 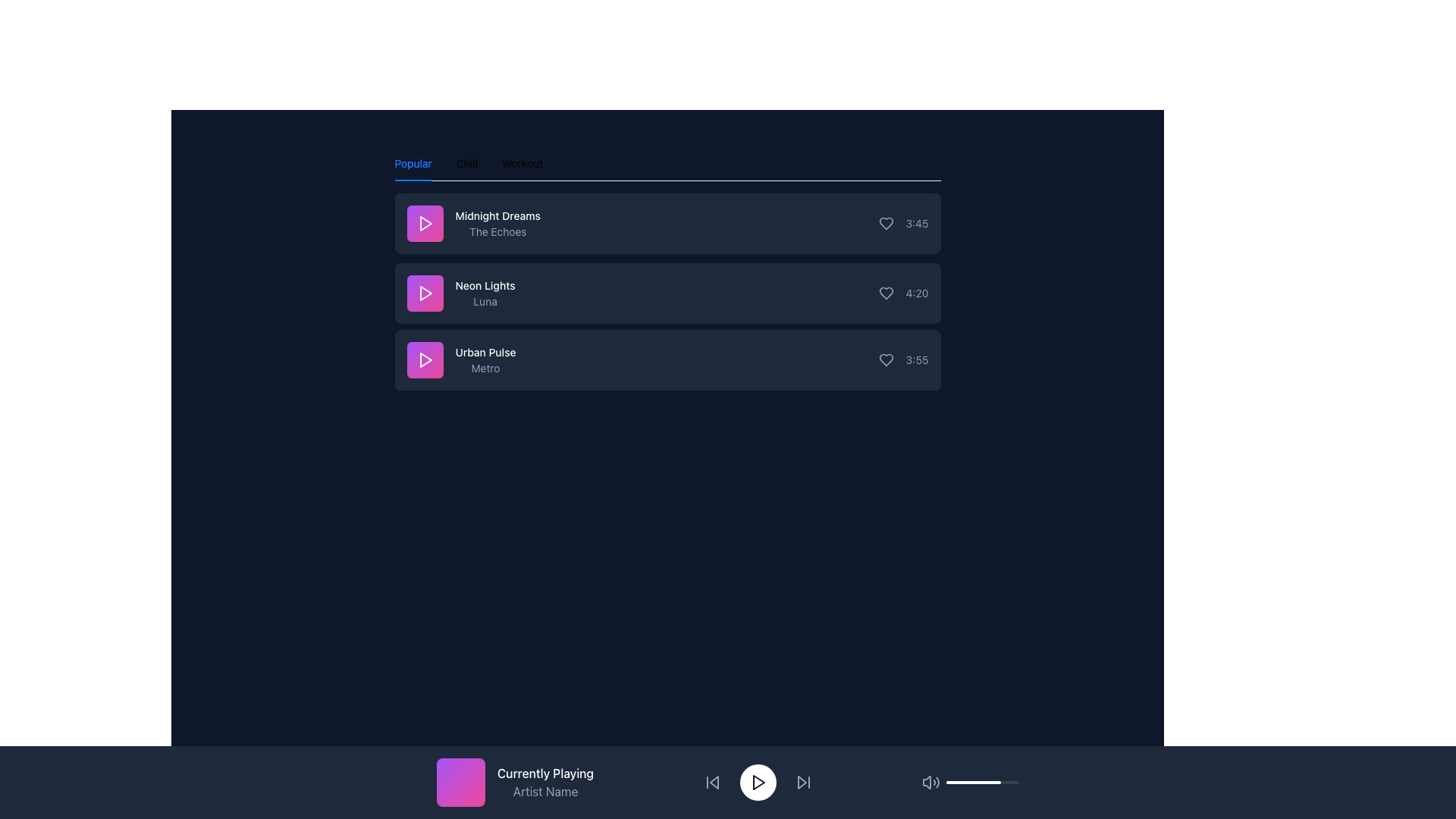 I want to click on the active tab in the navigation tab bar located at the top of the content section to interact with the displayed content, so click(x=667, y=164).